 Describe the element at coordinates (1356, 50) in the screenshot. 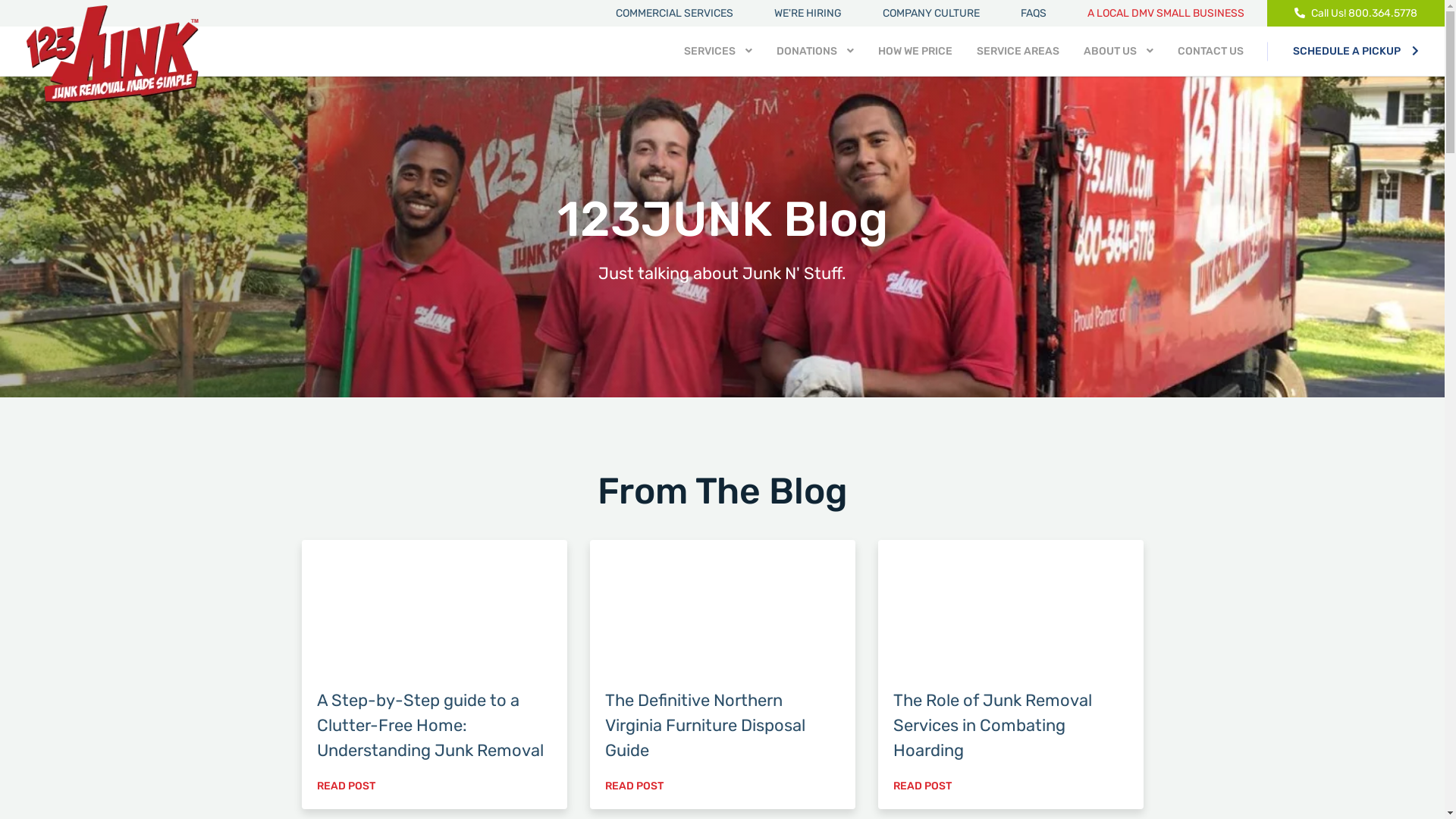

I see `'SCHEDULE A PICKUP'` at that location.